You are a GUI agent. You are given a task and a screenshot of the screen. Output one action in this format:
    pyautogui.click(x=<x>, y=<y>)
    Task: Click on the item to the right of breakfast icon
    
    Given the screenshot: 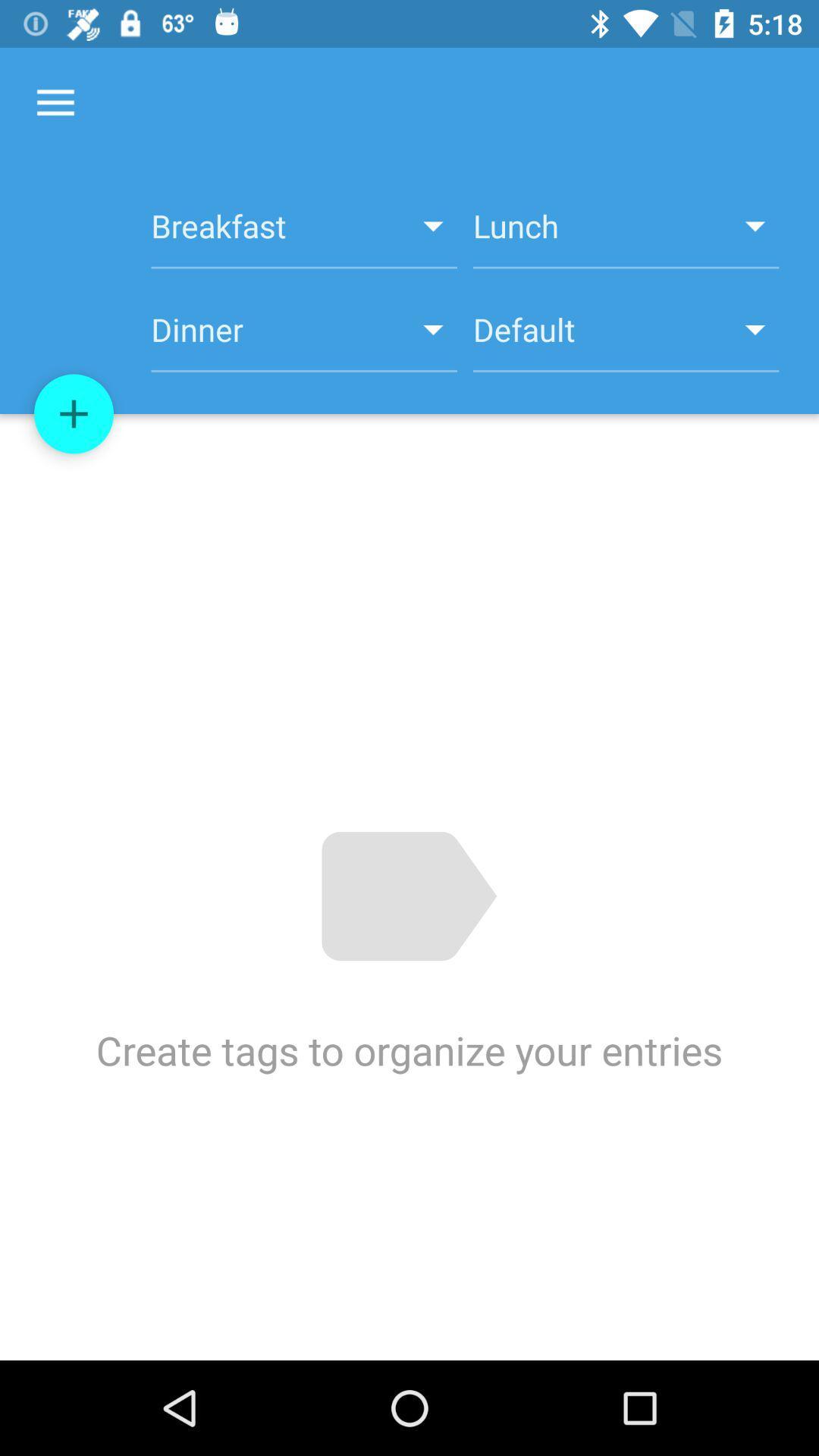 What is the action you would take?
    pyautogui.click(x=626, y=234)
    